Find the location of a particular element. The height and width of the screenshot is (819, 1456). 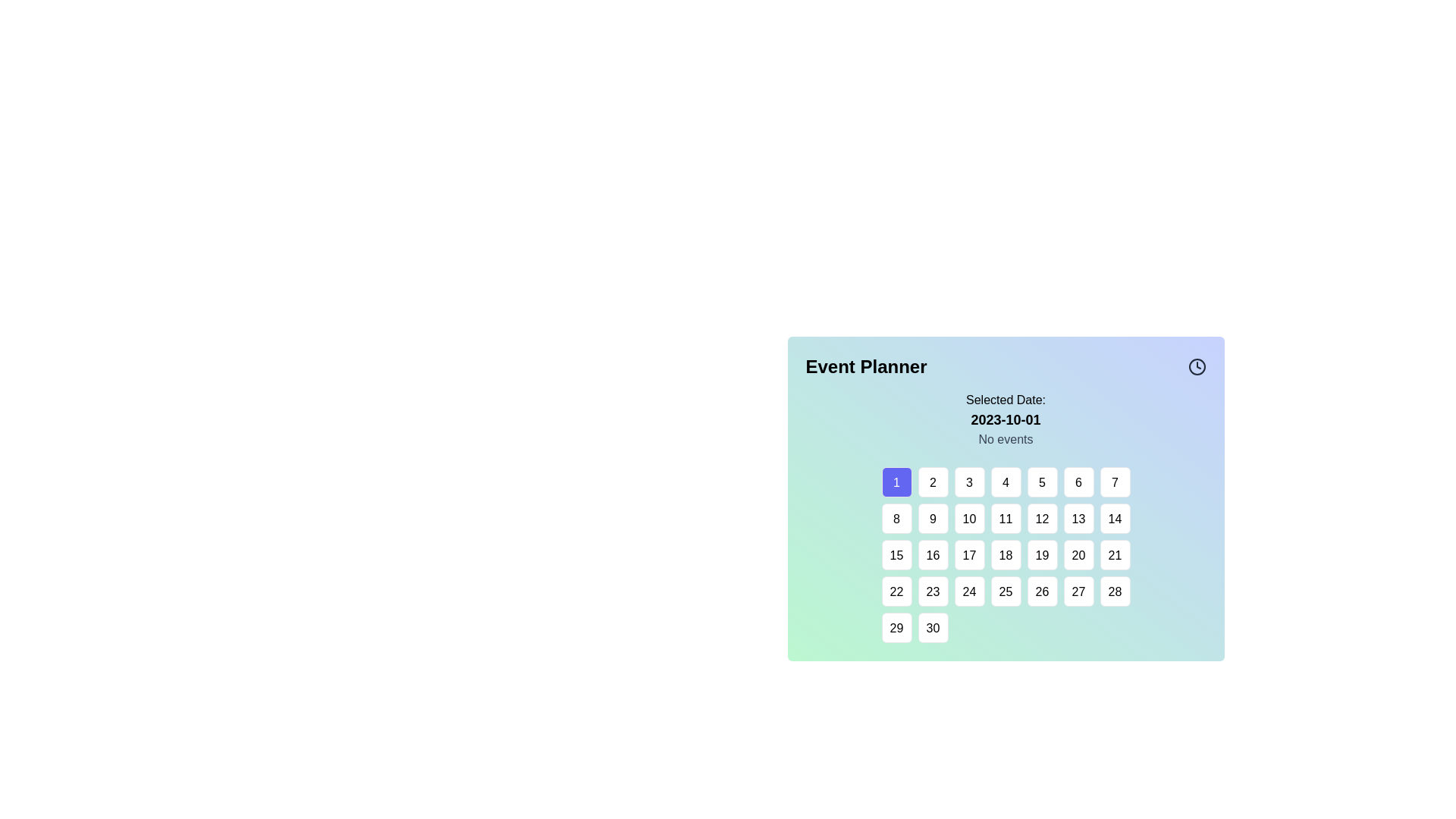

the date selector button located is located at coordinates (1078, 517).